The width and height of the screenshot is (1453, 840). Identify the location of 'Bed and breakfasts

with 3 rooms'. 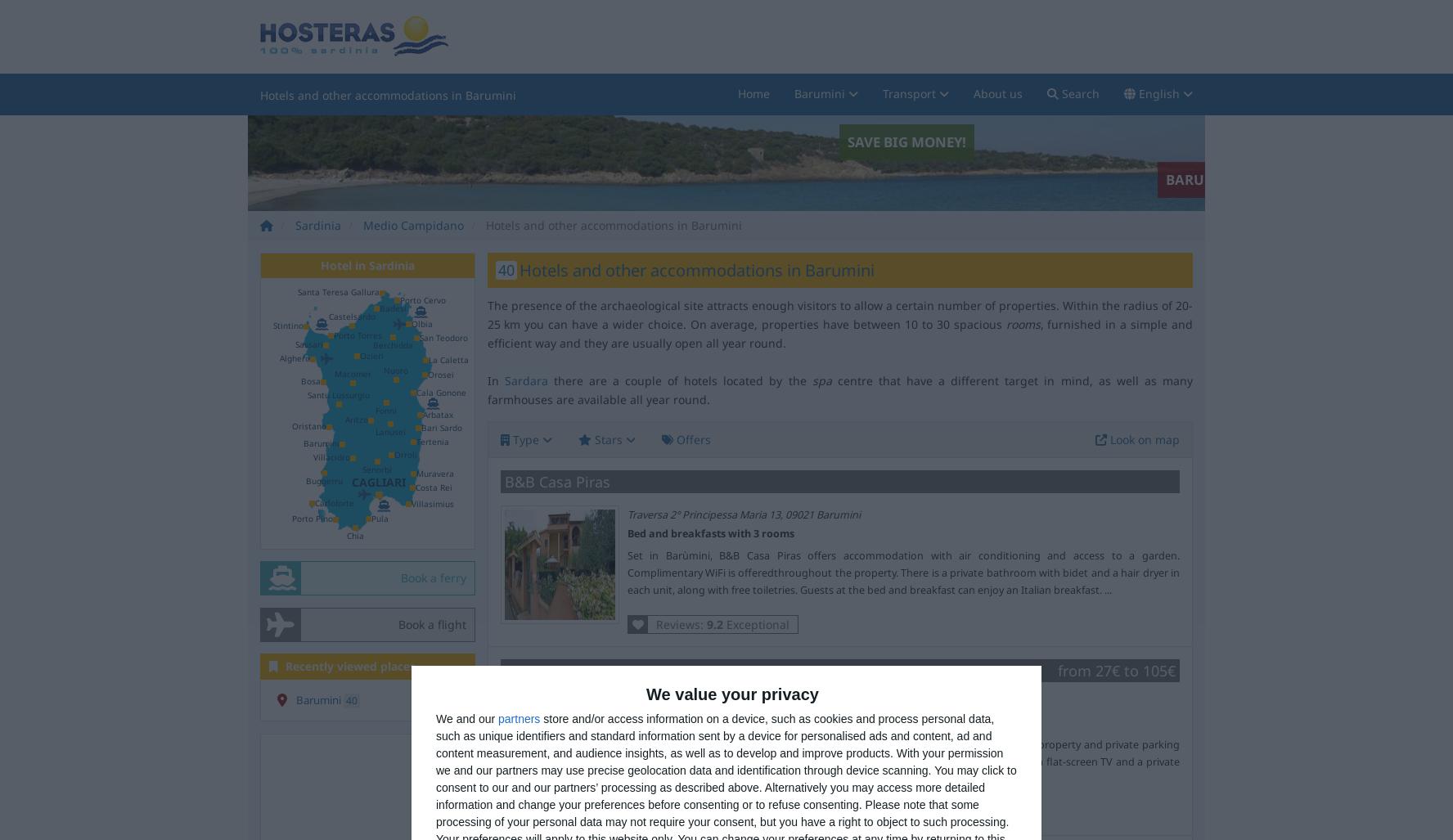
(709, 532).